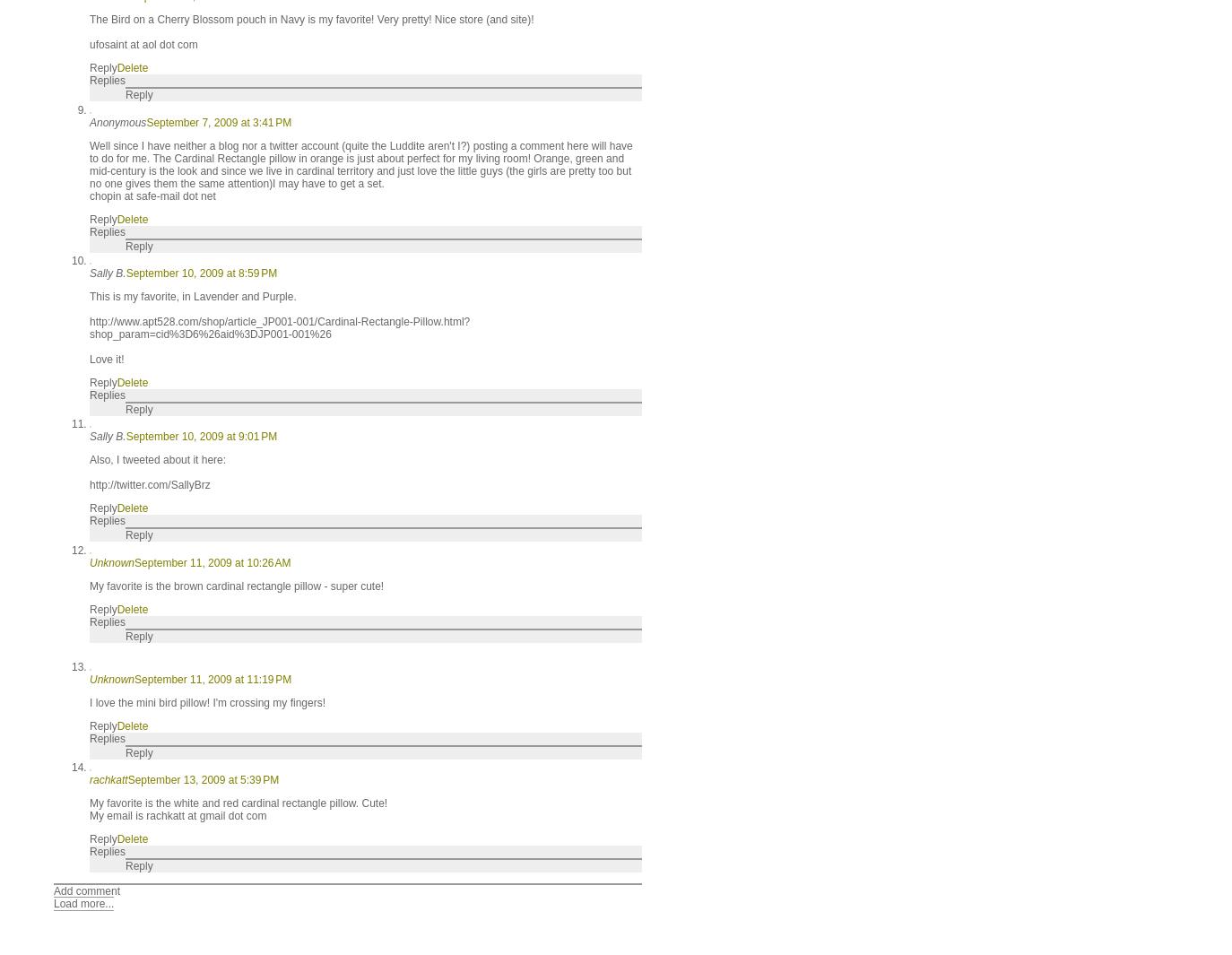 The width and height of the screenshot is (1232, 955). Describe the element at coordinates (142, 43) in the screenshot. I see `'ufosaint at aol dot com'` at that location.